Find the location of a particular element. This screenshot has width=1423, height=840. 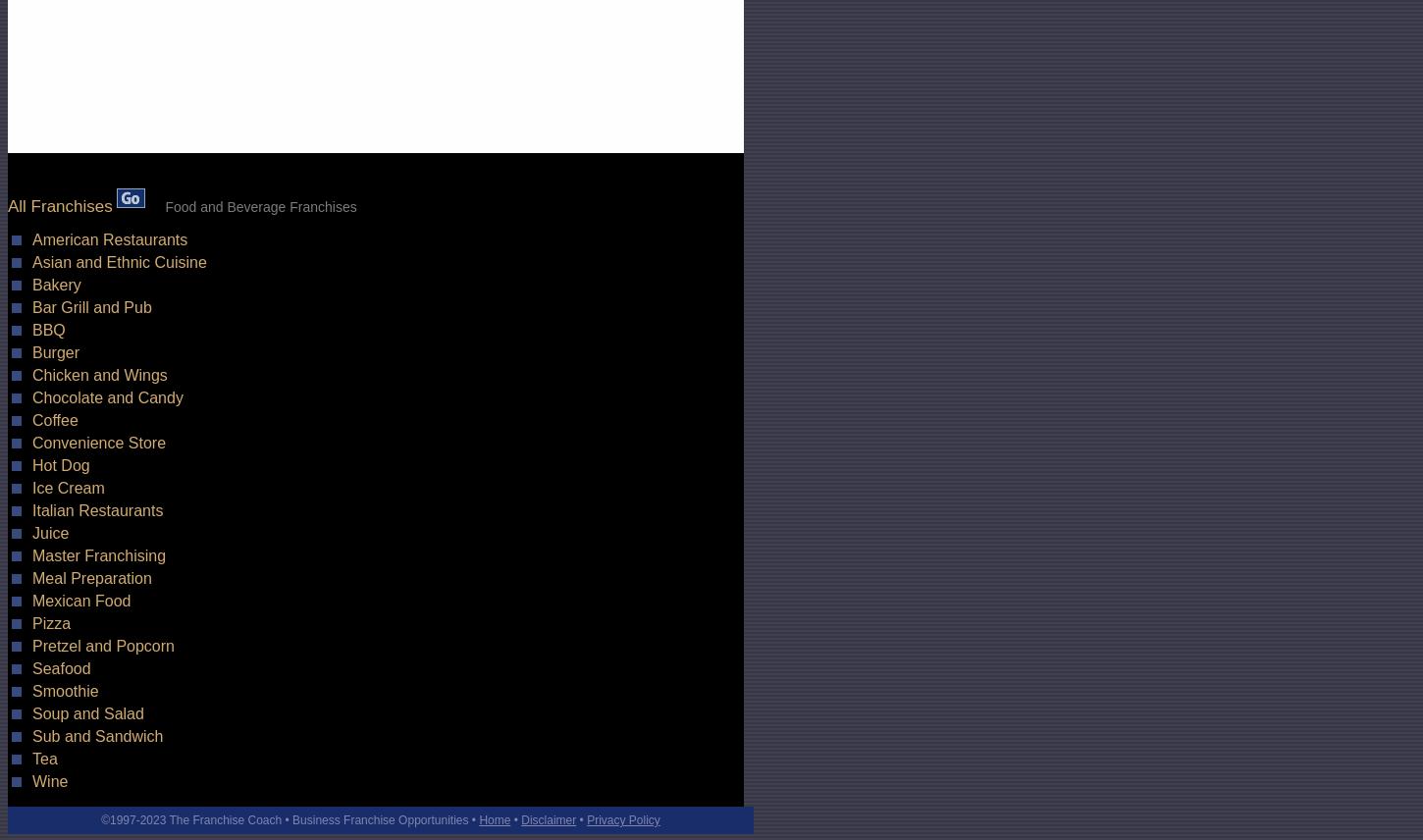

'Bakery' is located at coordinates (32, 285).